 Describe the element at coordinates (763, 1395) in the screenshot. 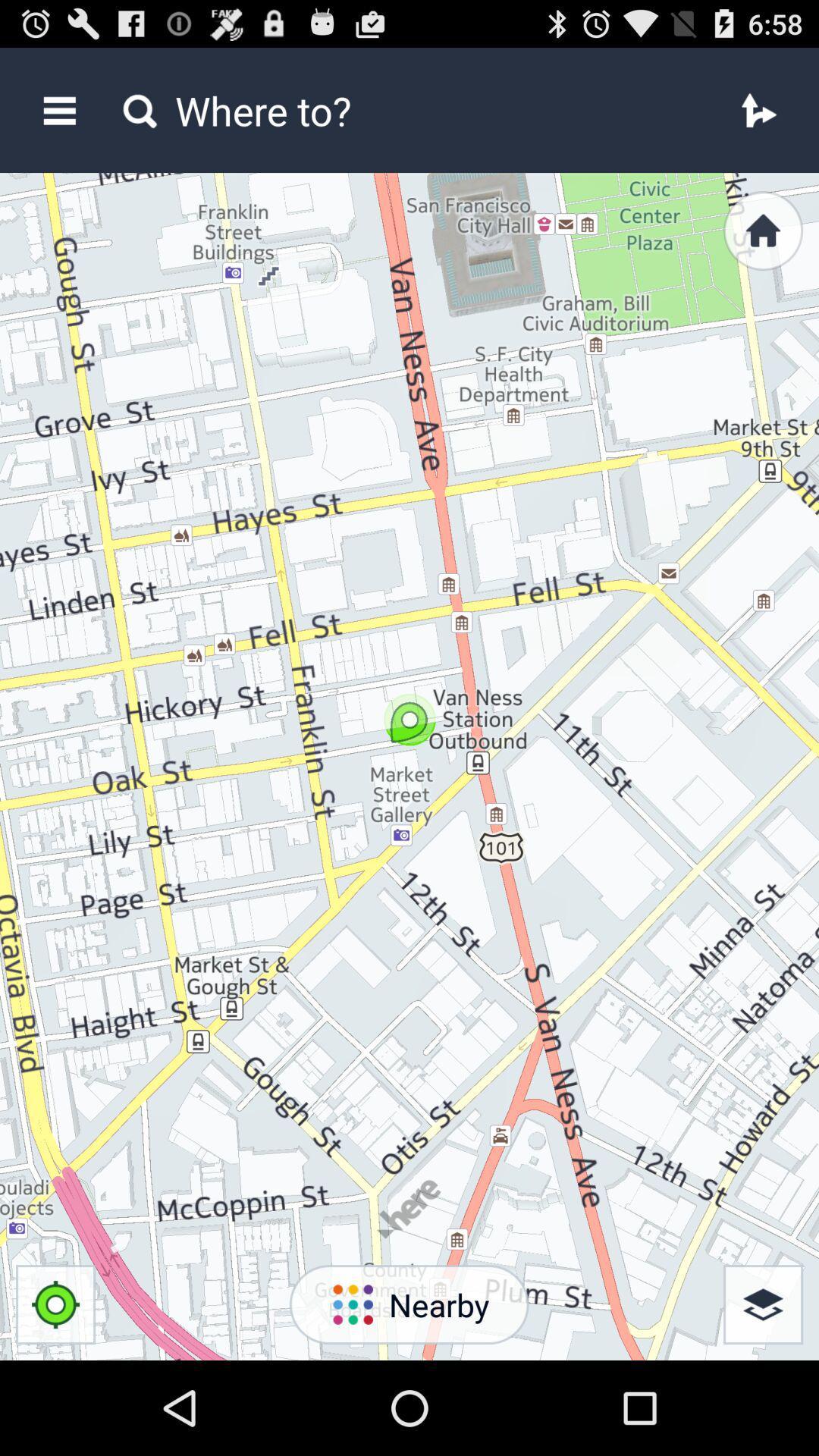

I see `the layers icon` at that location.